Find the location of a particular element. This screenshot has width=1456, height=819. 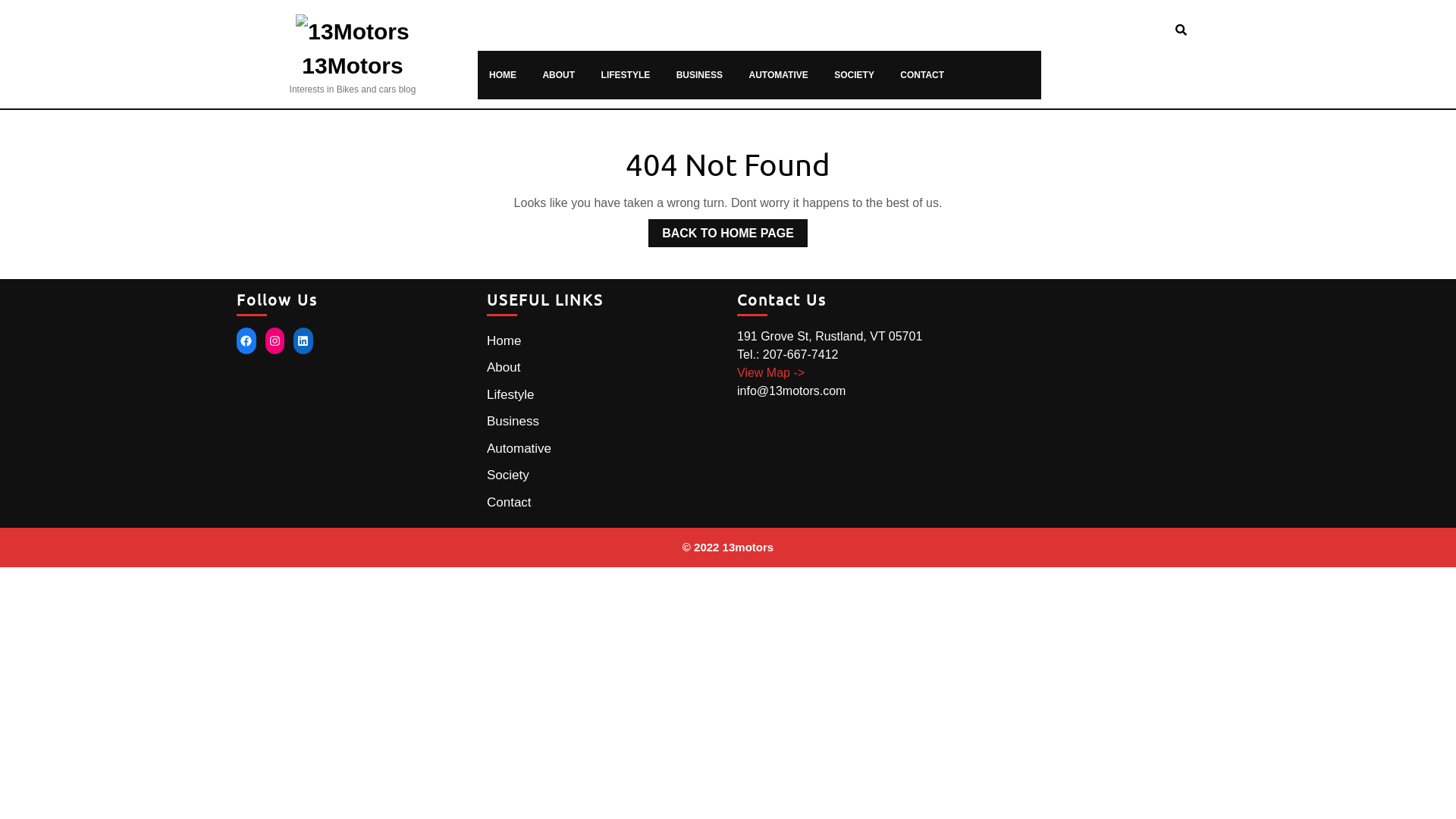

'Home' is located at coordinates (504, 340).